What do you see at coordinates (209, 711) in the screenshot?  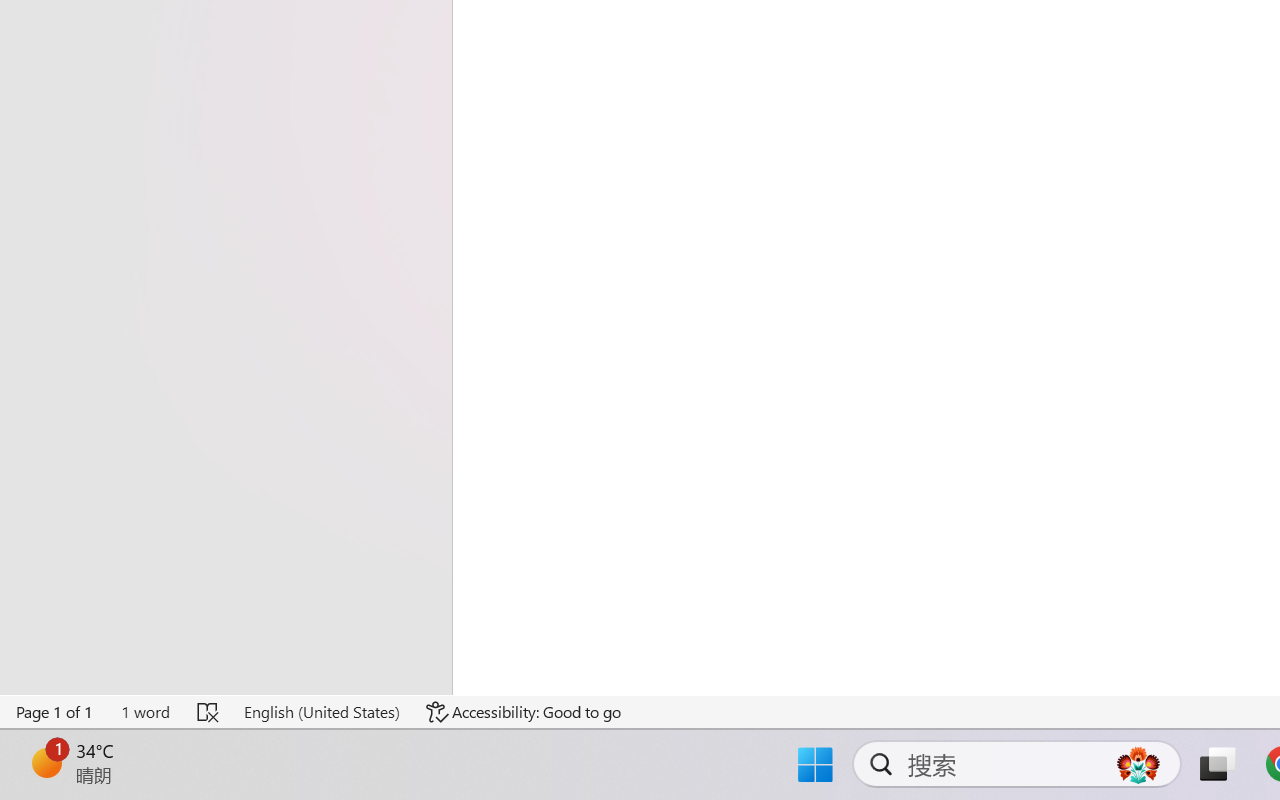 I see `'Spelling and Grammar Check Errors'` at bounding box center [209, 711].